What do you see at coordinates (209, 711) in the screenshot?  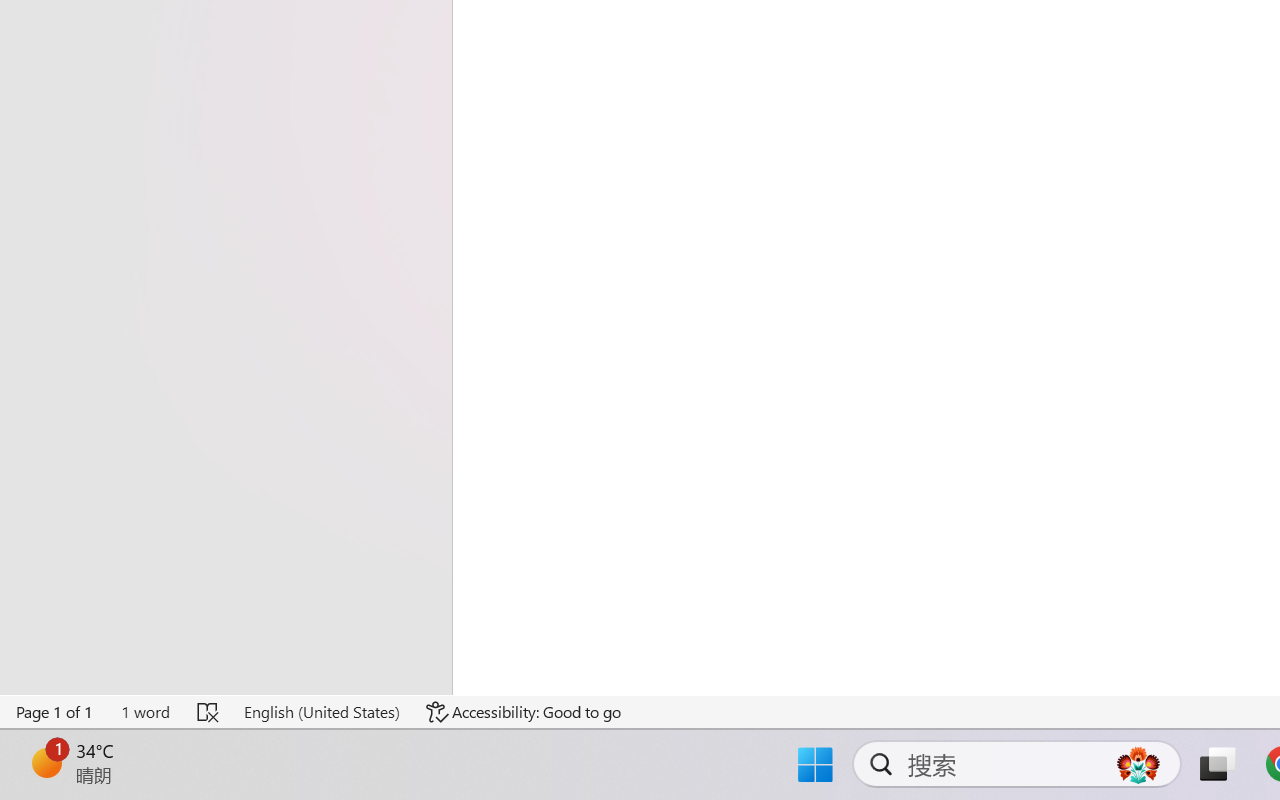 I see `'Spelling and Grammar Check Errors'` at bounding box center [209, 711].